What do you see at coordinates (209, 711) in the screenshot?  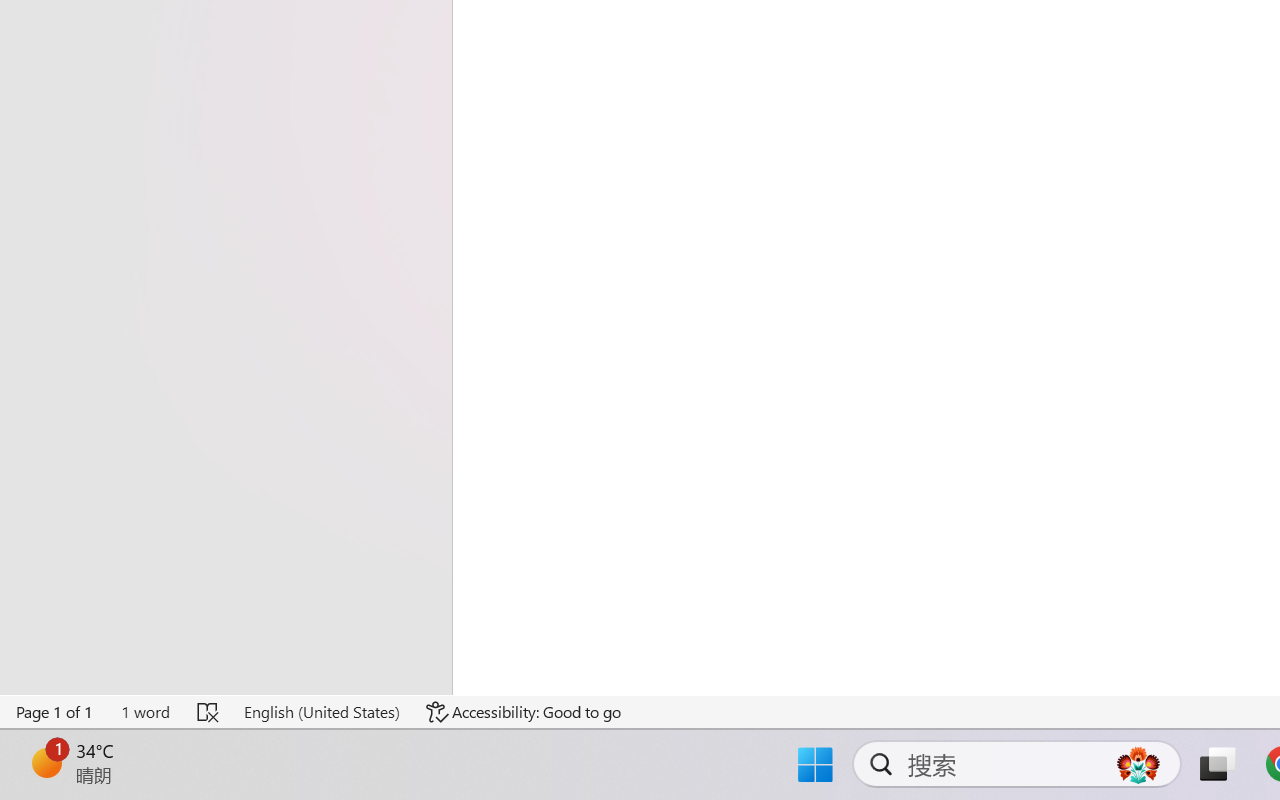 I see `'Spelling and Grammar Check Errors'` at bounding box center [209, 711].